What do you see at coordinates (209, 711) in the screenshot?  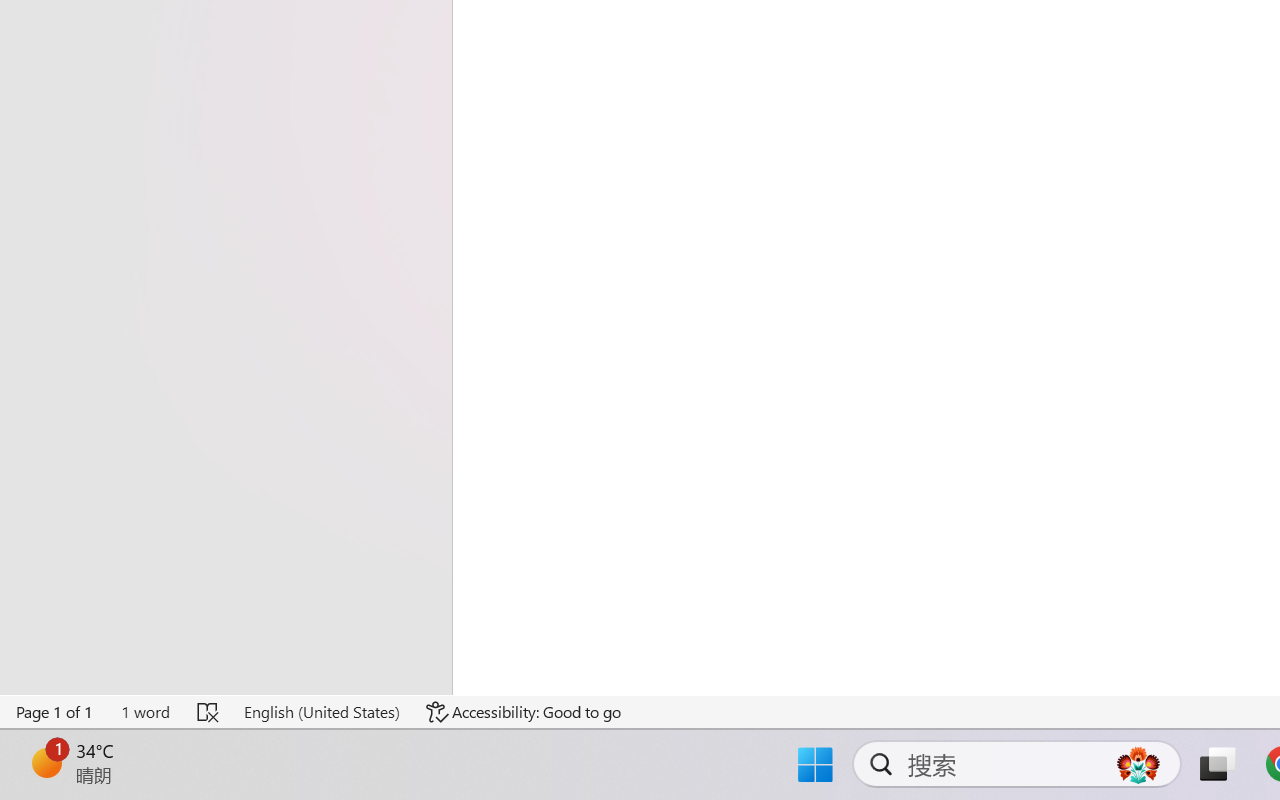 I see `'Spelling and Grammar Check Errors'` at bounding box center [209, 711].